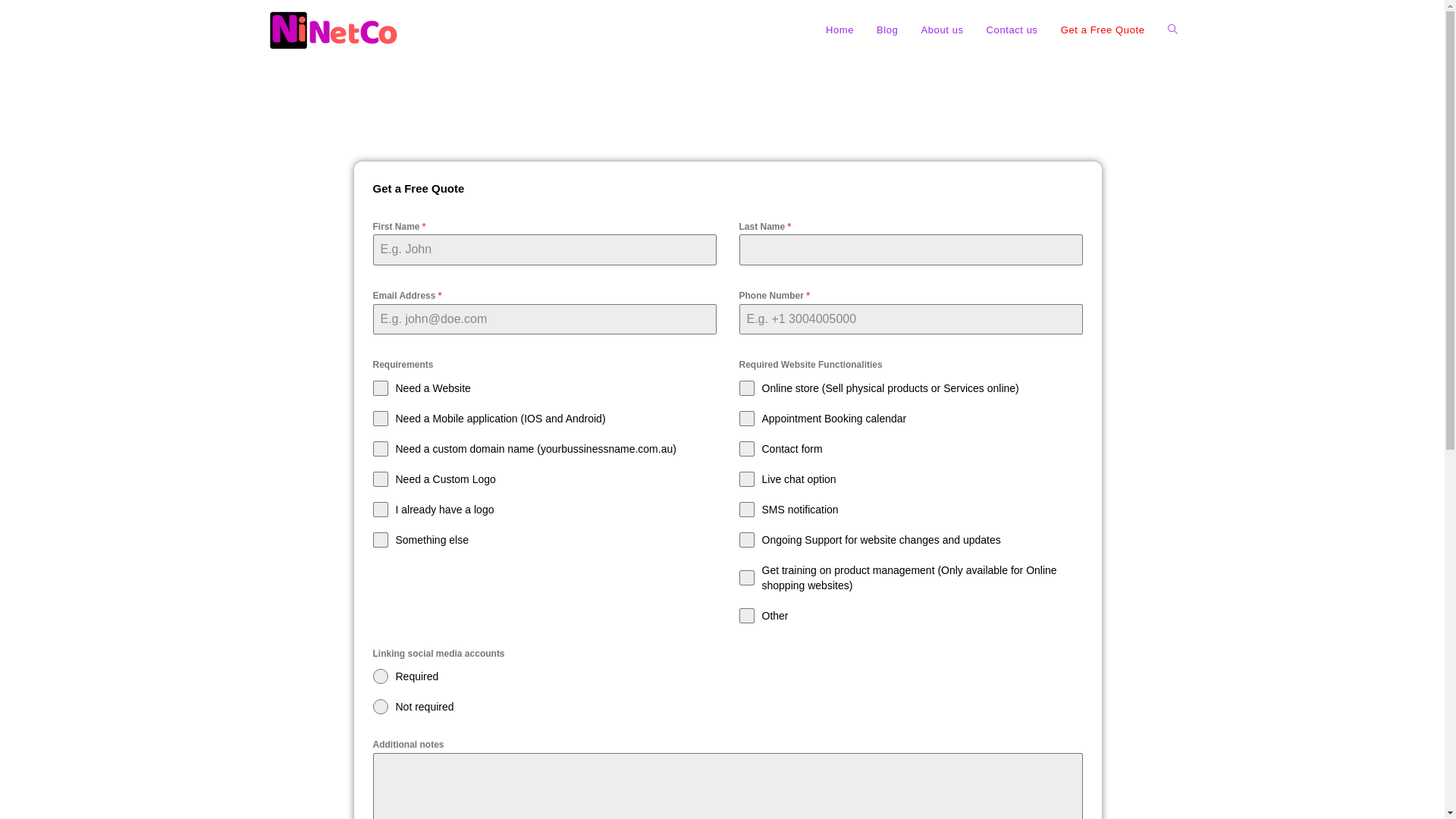  I want to click on 'Contact us', so click(1012, 30).